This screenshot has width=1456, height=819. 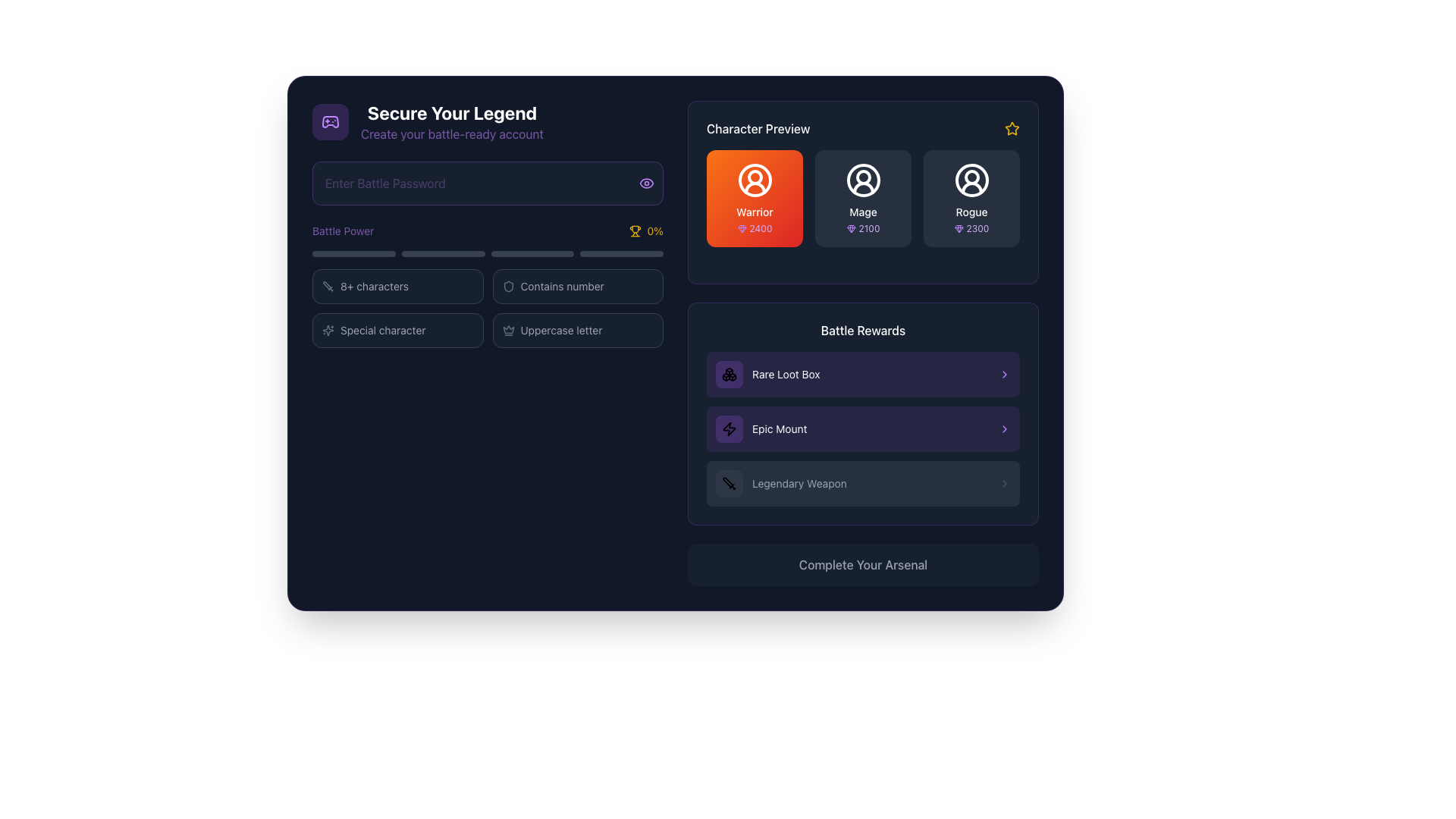 What do you see at coordinates (635, 231) in the screenshot?
I see `the trophy icon with a golden yellow hue that is located to the right of the 'Battle Power' text field and slightly above the '0%' text` at bounding box center [635, 231].